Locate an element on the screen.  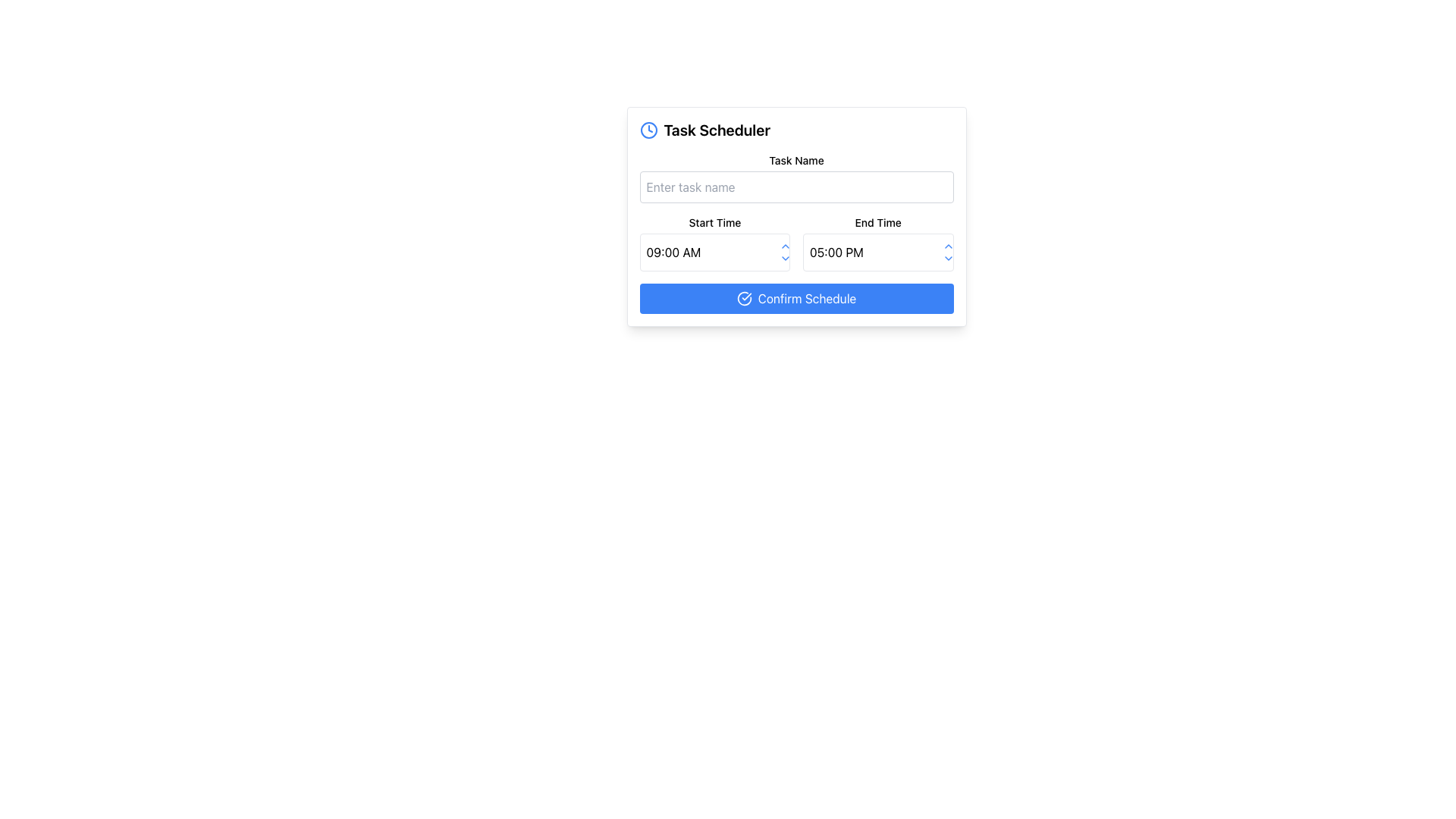
the arrow icons on the time picker located in the 'End Time' field of the 'Task Scheduler' form to increment or decrement the time is located at coordinates (878, 251).